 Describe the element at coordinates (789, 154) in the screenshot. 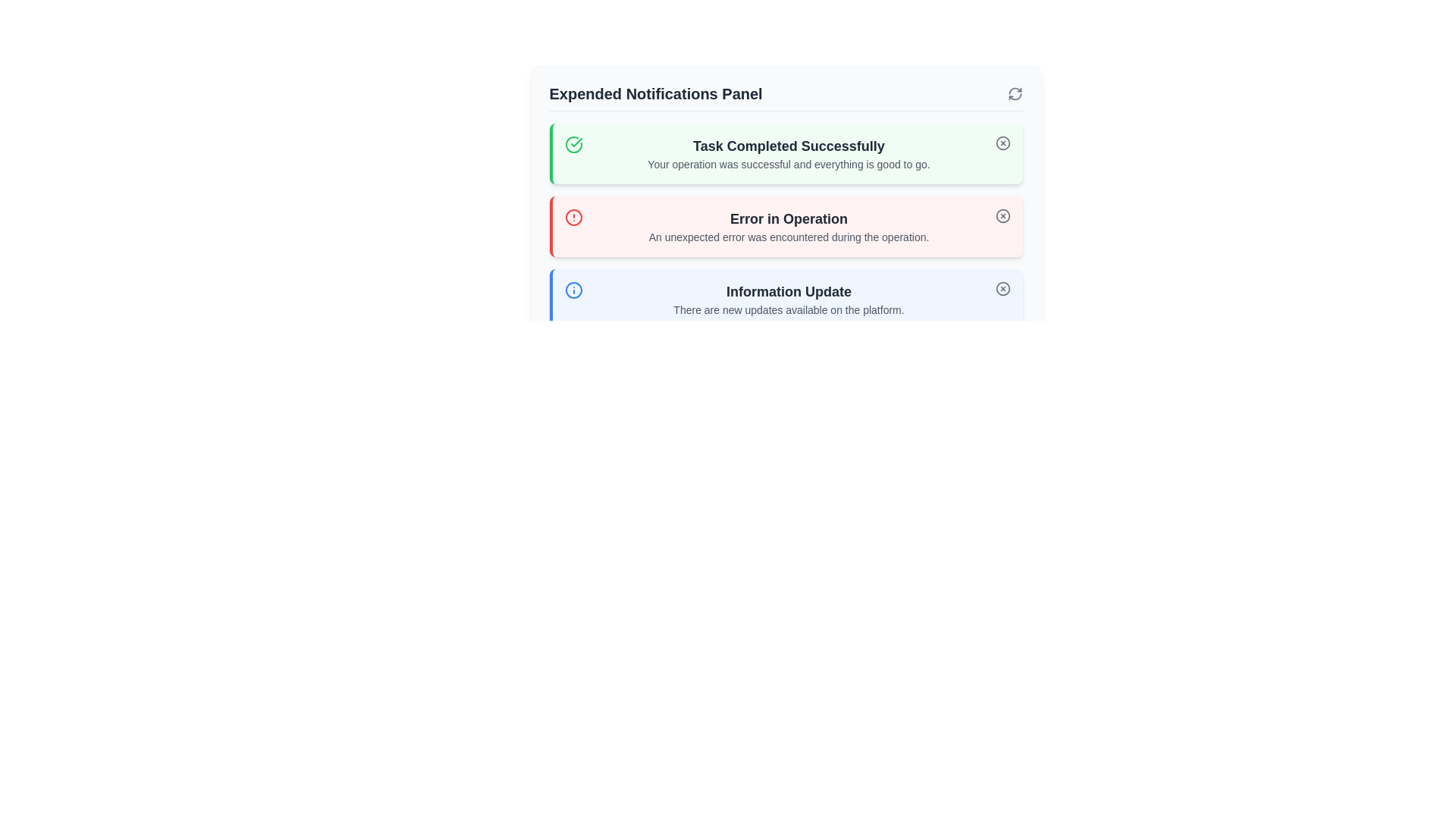

I see `headline 'Task Completed Successfully' and the description 'Your operation was successful and everything is good to go.' from the notification block element located at the center of the panel` at that location.